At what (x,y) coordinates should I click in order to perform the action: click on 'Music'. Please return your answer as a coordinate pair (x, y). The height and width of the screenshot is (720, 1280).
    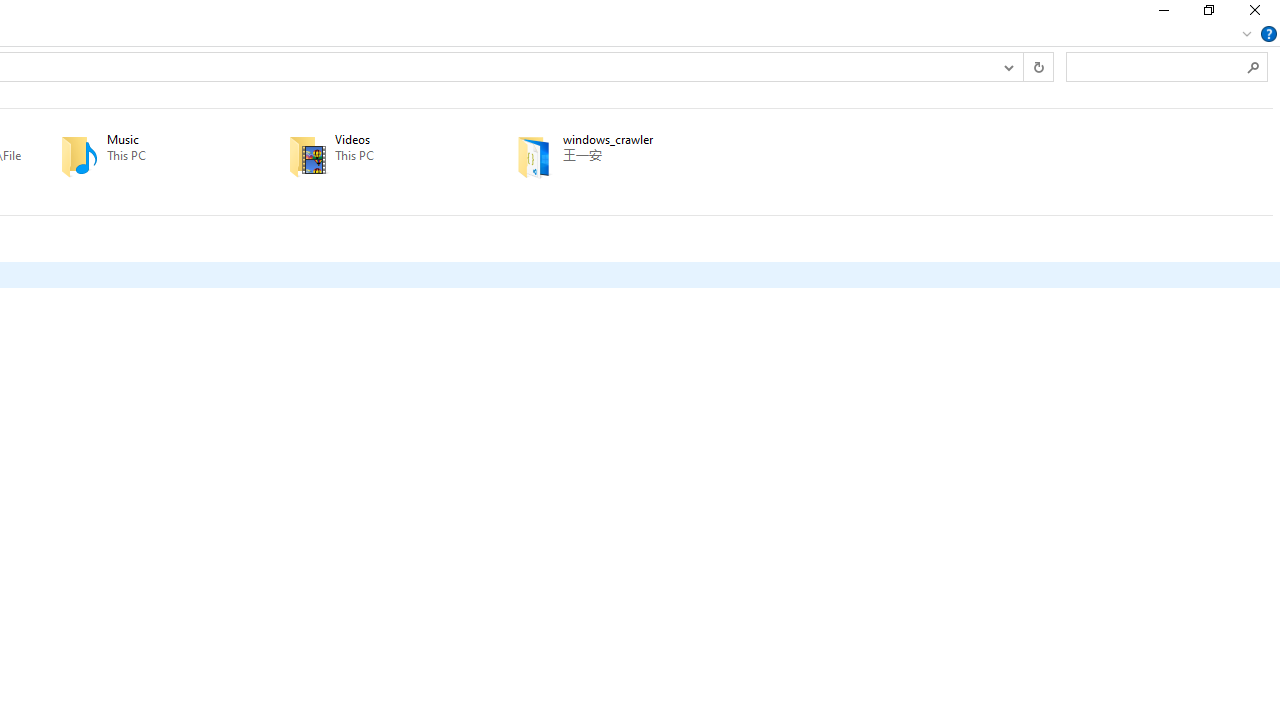
    Looking at the image, I should click on (145, 155).